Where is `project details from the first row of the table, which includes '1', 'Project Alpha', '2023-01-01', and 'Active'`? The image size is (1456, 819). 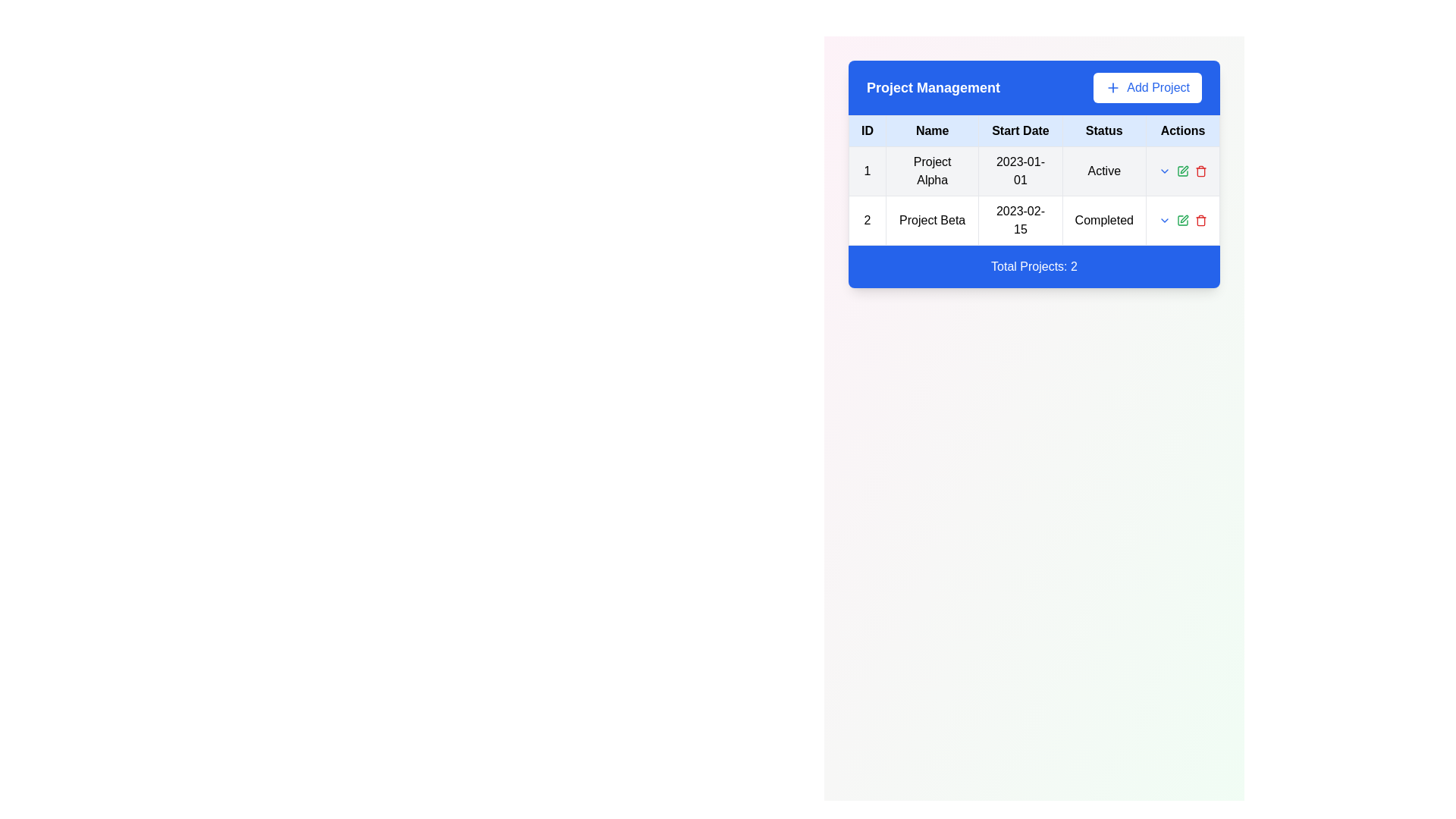
project details from the first row of the table, which includes '1', 'Project Alpha', '2023-01-01', and 'Active' is located at coordinates (1033, 171).